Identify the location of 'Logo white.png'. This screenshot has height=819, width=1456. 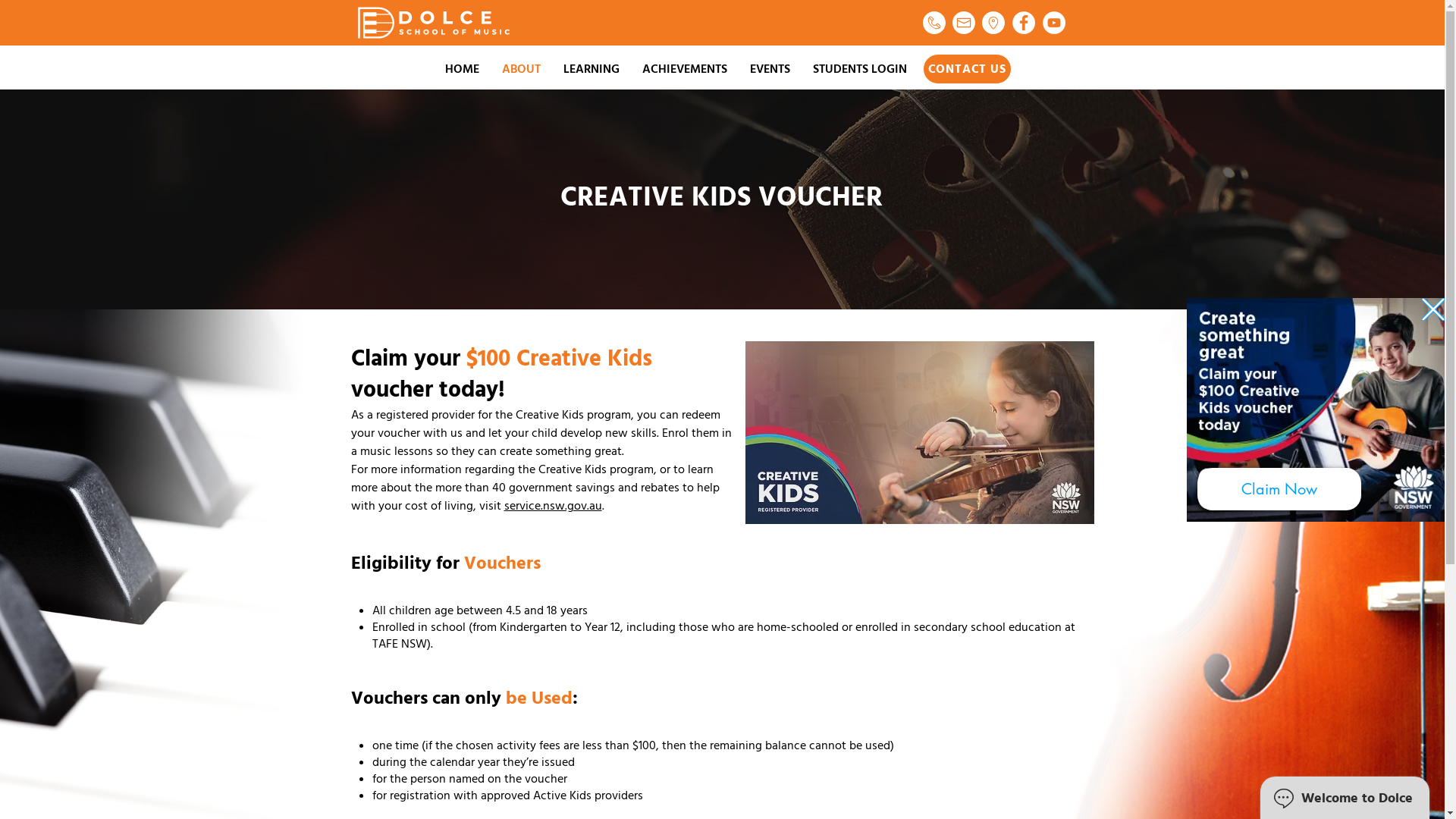
(356, 23).